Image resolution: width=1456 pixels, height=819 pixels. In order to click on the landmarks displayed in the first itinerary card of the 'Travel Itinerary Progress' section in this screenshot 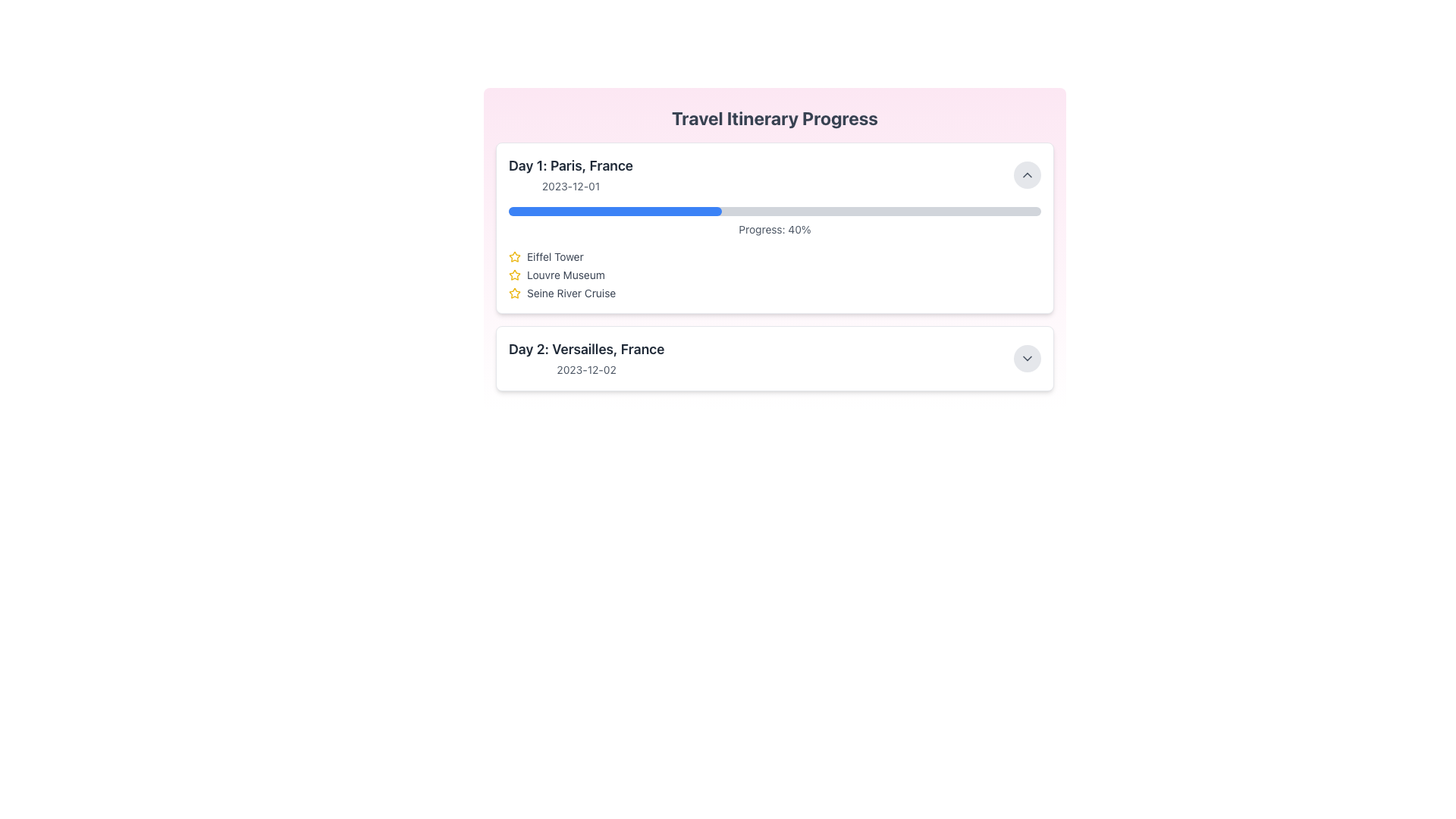, I will do `click(775, 227)`.